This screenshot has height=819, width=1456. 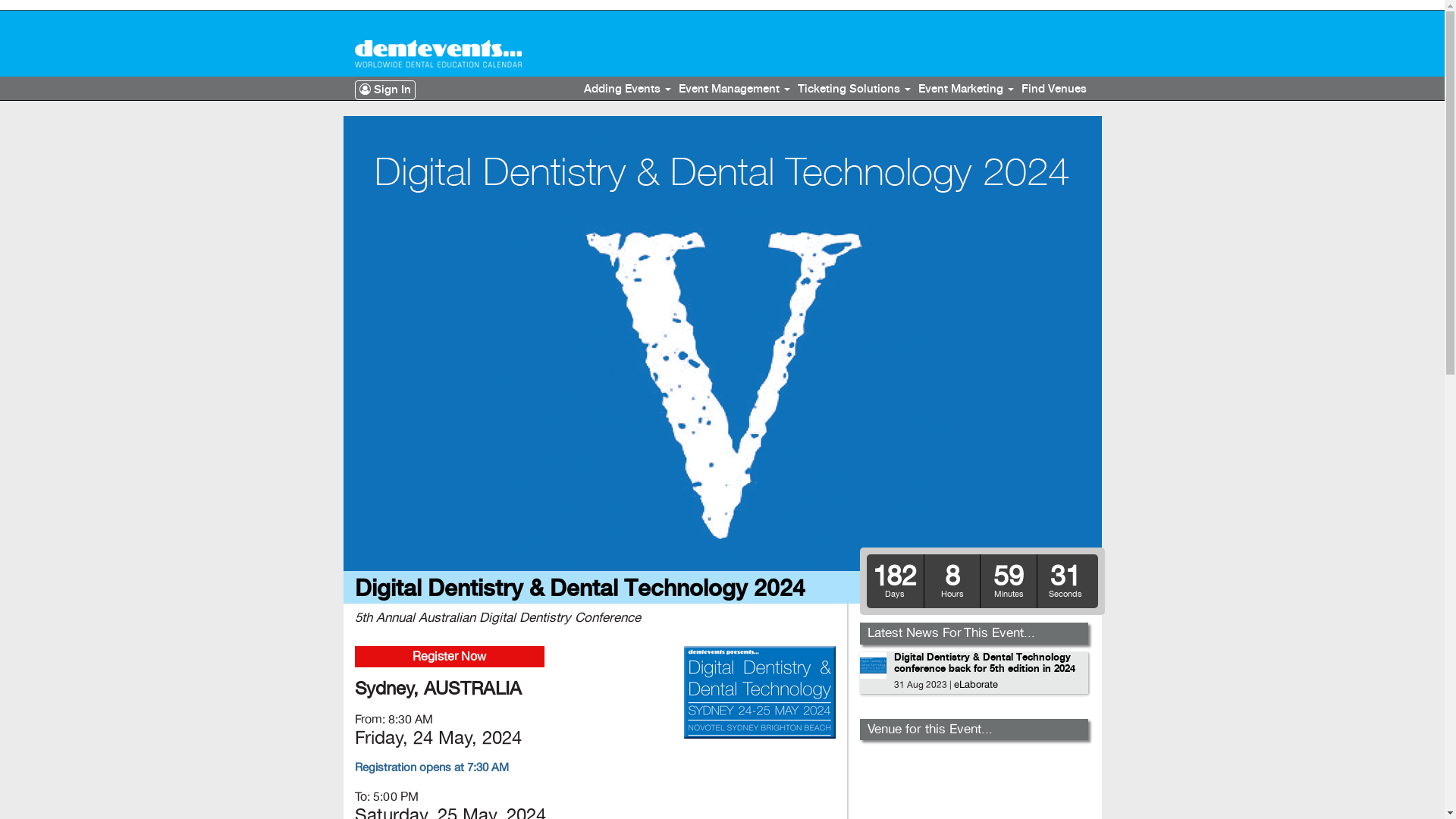 What do you see at coordinates (734, 89) in the screenshot?
I see `'Event Management'` at bounding box center [734, 89].